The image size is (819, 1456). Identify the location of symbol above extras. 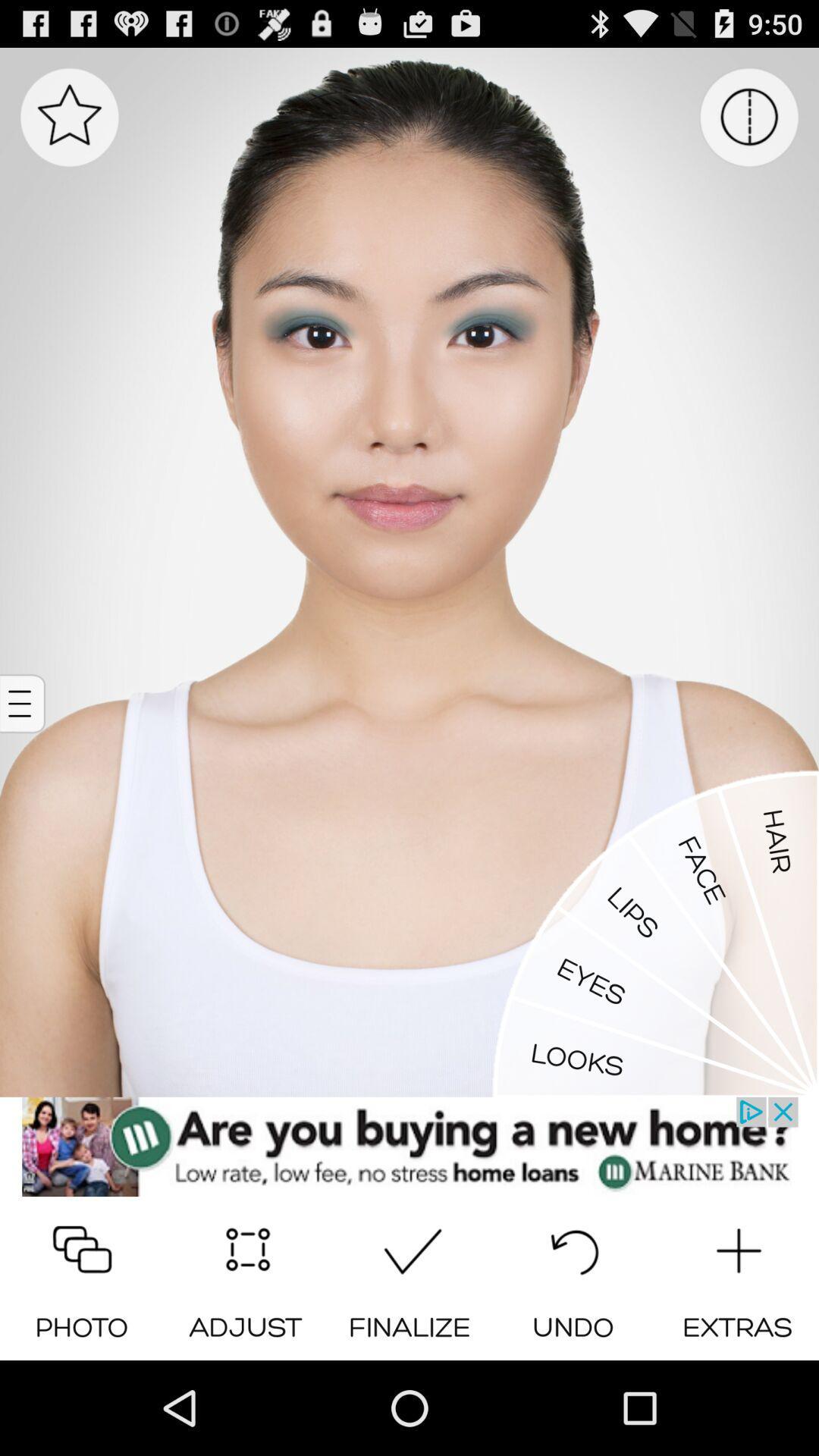
(736, 1245).